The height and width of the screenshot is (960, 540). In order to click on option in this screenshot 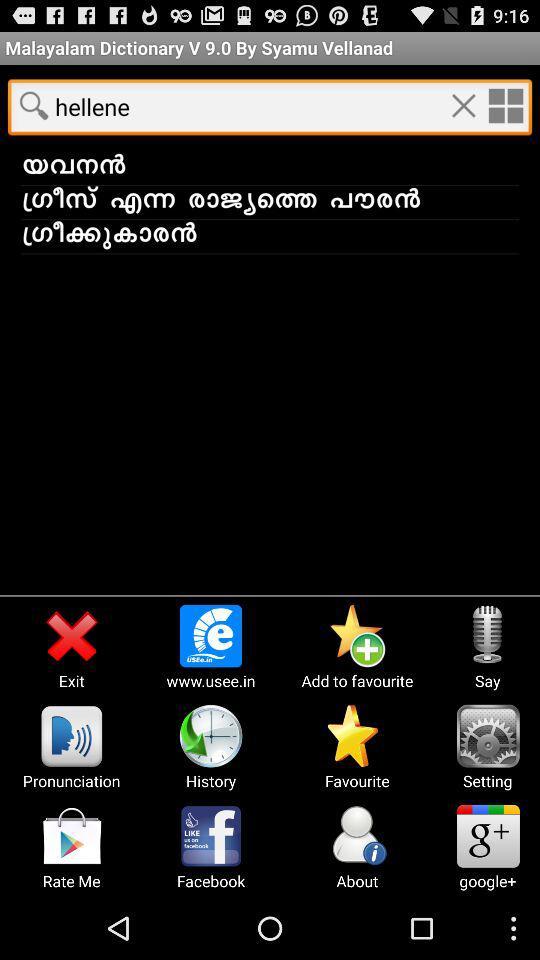, I will do `click(504, 105)`.